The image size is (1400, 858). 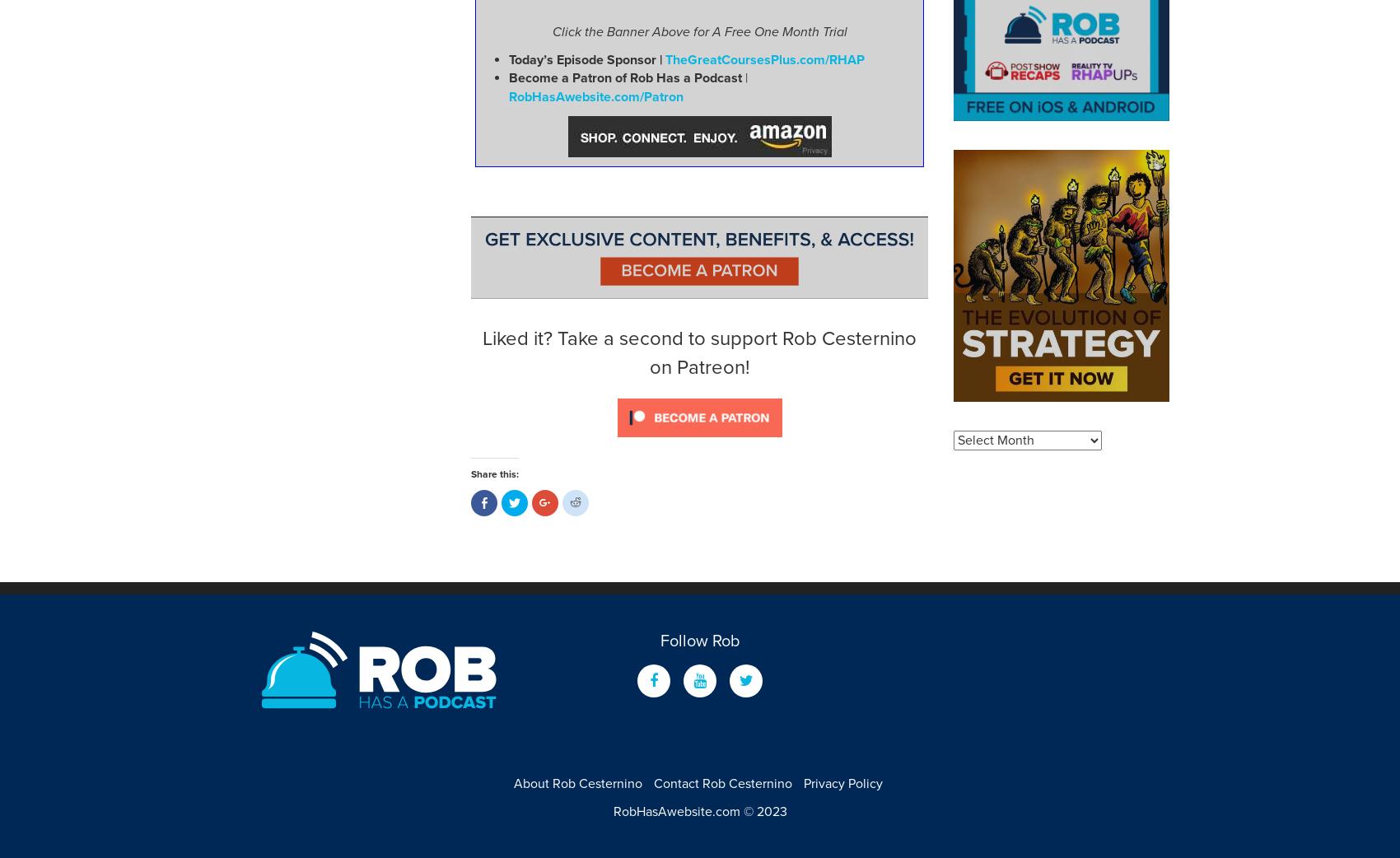 What do you see at coordinates (763, 812) in the screenshot?
I see `'© 2023'` at bounding box center [763, 812].